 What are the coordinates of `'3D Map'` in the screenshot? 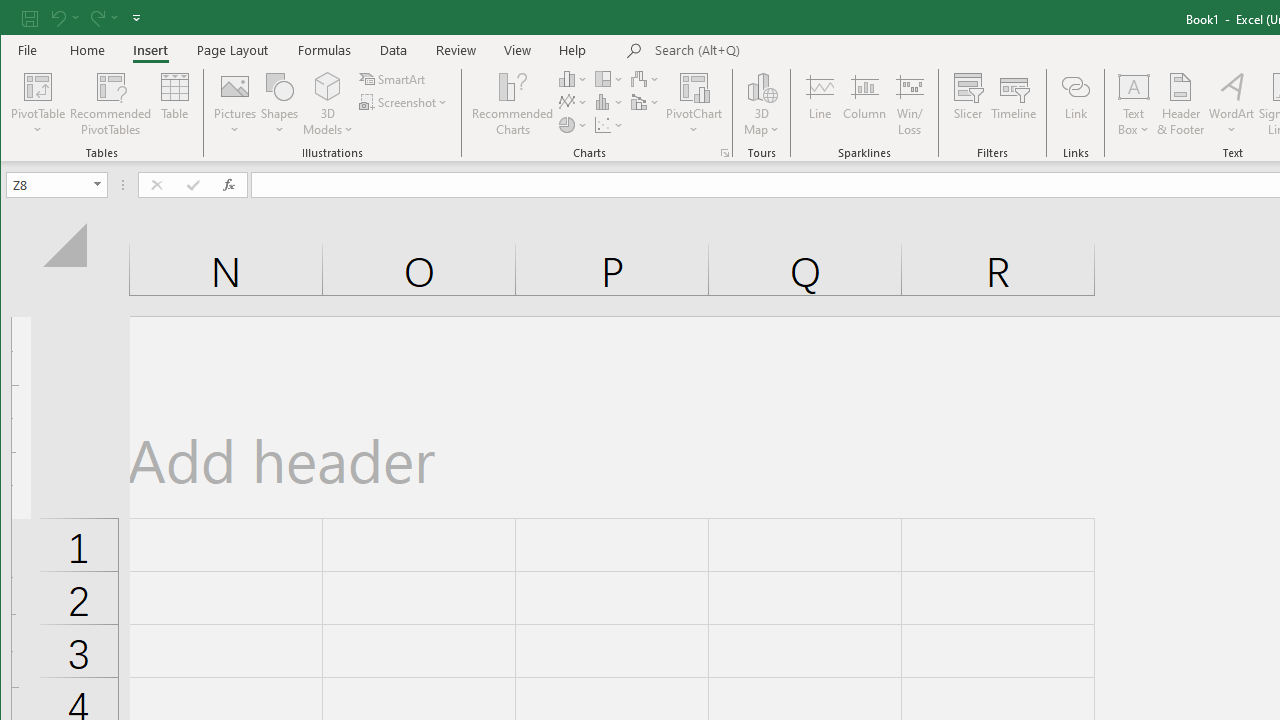 It's located at (761, 104).